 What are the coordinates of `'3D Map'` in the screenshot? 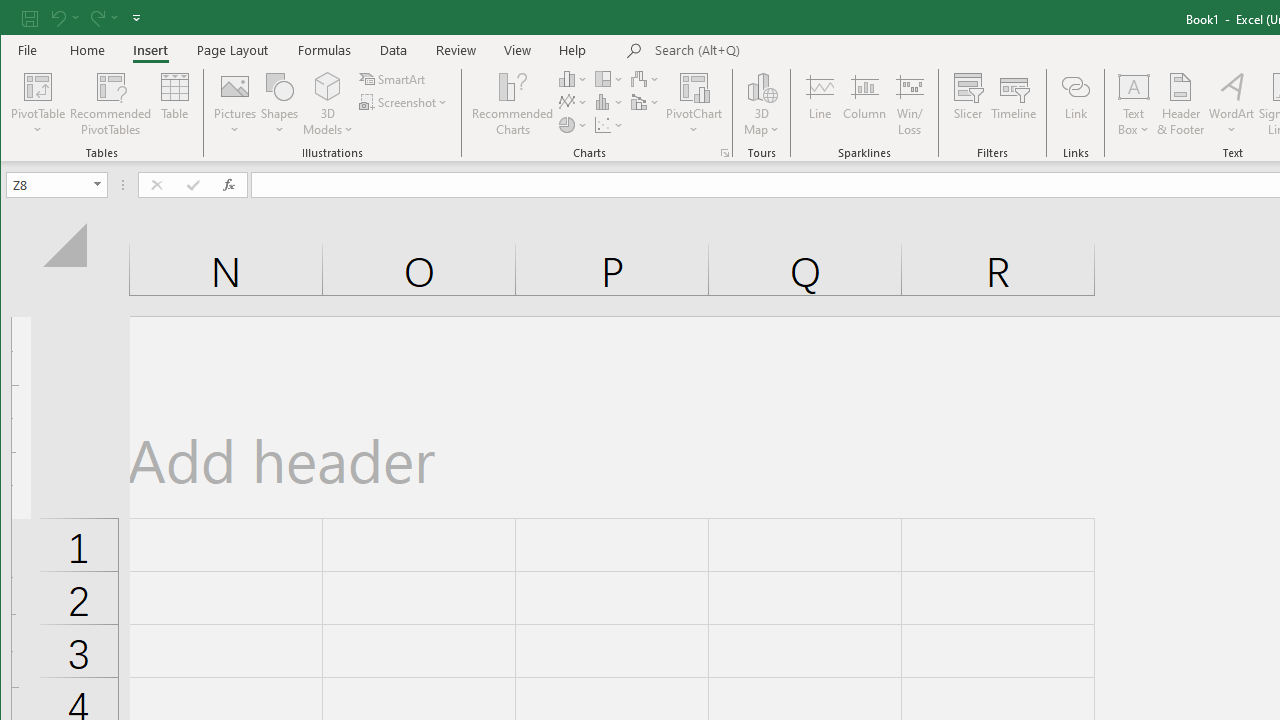 It's located at (761, 104).